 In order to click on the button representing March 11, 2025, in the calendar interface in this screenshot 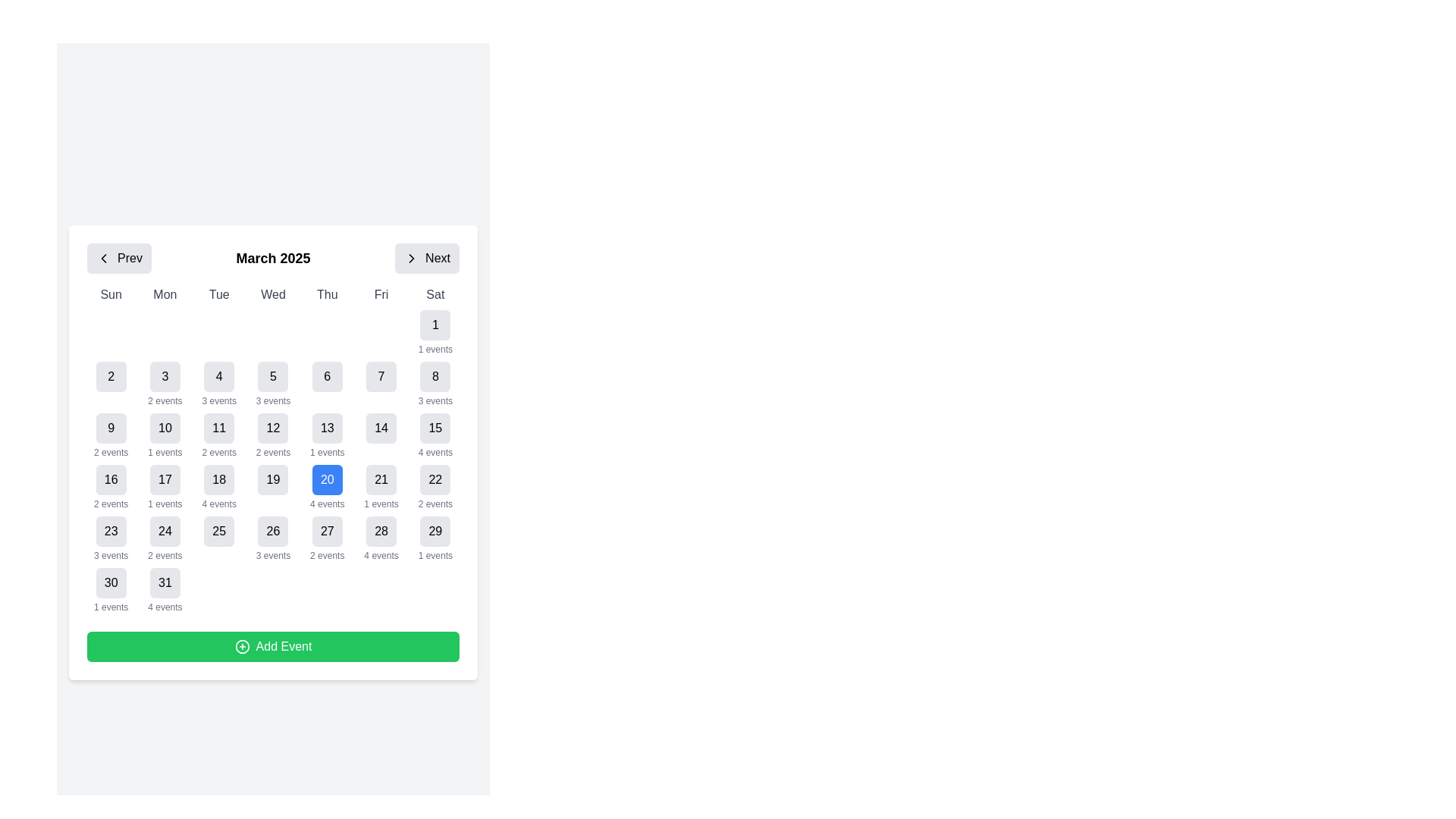, I will do `click(218, 428)`.